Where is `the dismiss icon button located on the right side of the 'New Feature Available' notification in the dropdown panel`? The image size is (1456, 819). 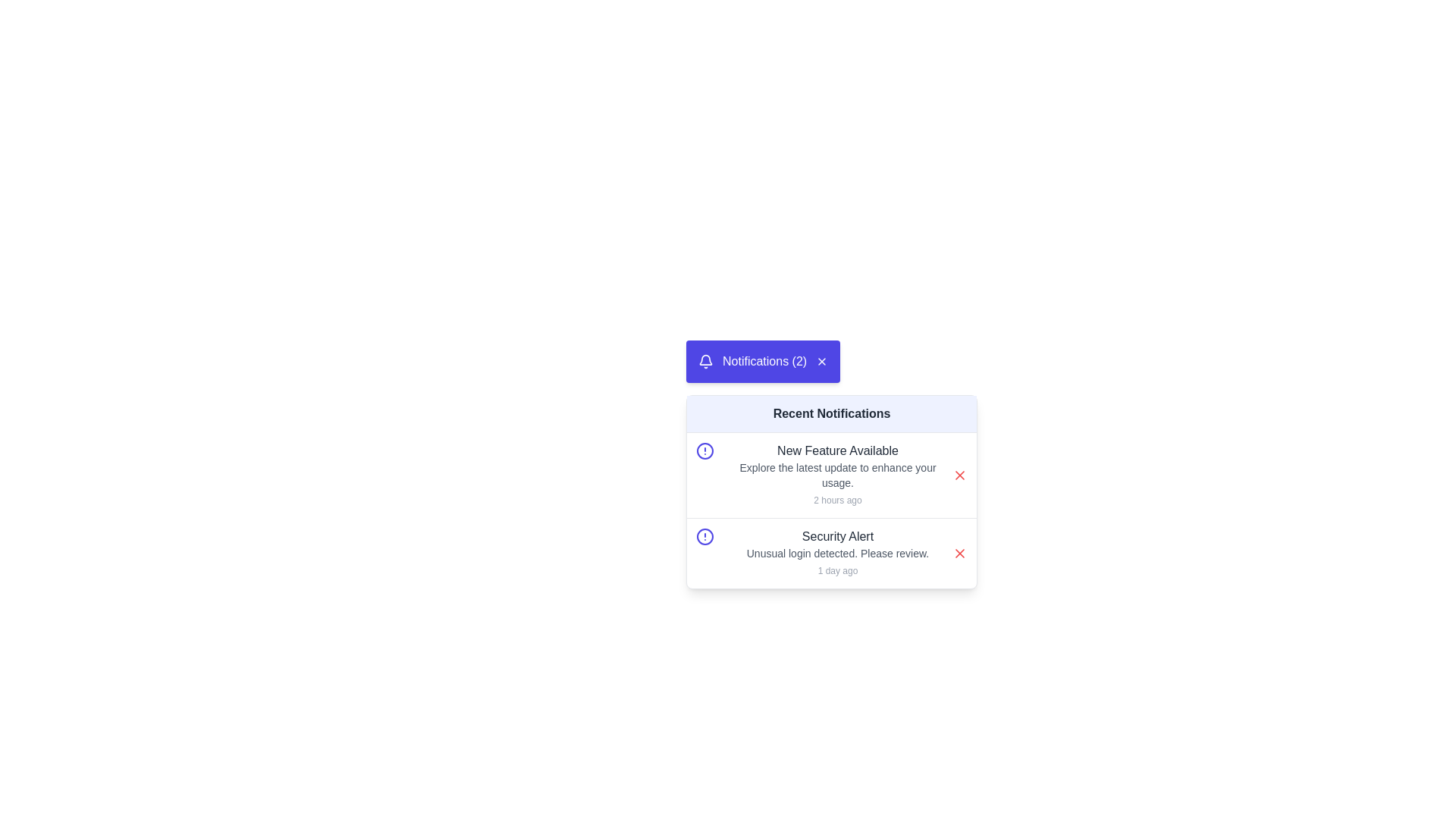 the dismiss icon button located on the right side of the 'New Feature Available' notification in the dropdown panel is located at coordinates (959, 475).